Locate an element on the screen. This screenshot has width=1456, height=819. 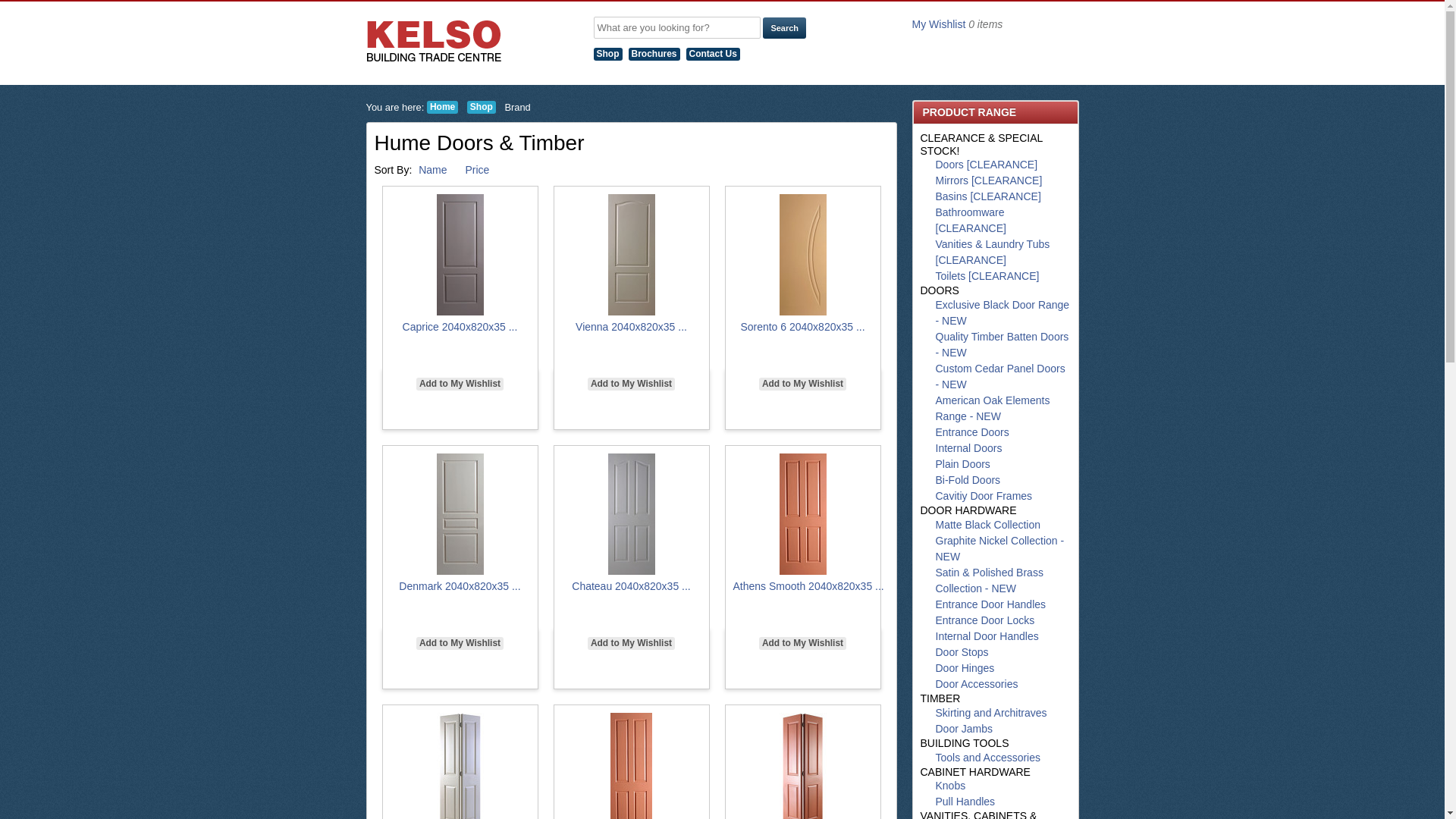
'Vanities & Laundry Tubs [CLEARANCE]' is located at coordinates (934, 251).